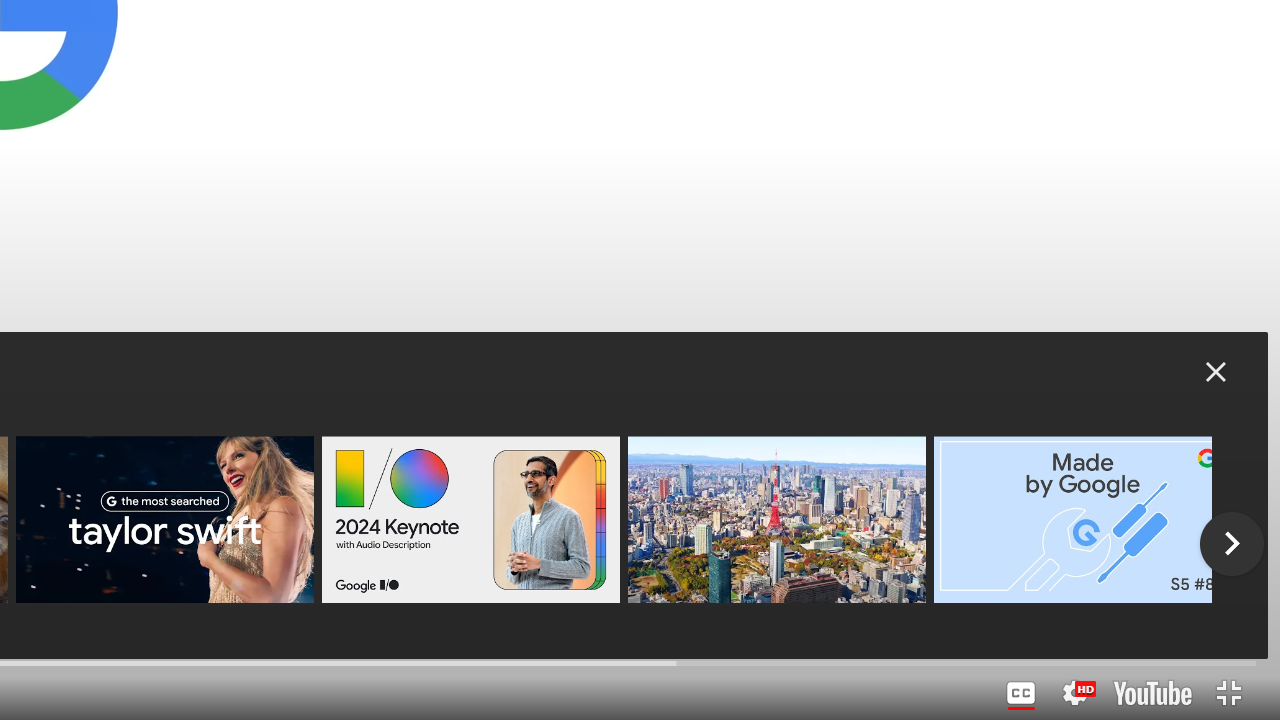  Describe the element at coordinates (1081, 518) in the screenshot. I see `'Made by Google Podcast S5E8 | Don'` at that location.